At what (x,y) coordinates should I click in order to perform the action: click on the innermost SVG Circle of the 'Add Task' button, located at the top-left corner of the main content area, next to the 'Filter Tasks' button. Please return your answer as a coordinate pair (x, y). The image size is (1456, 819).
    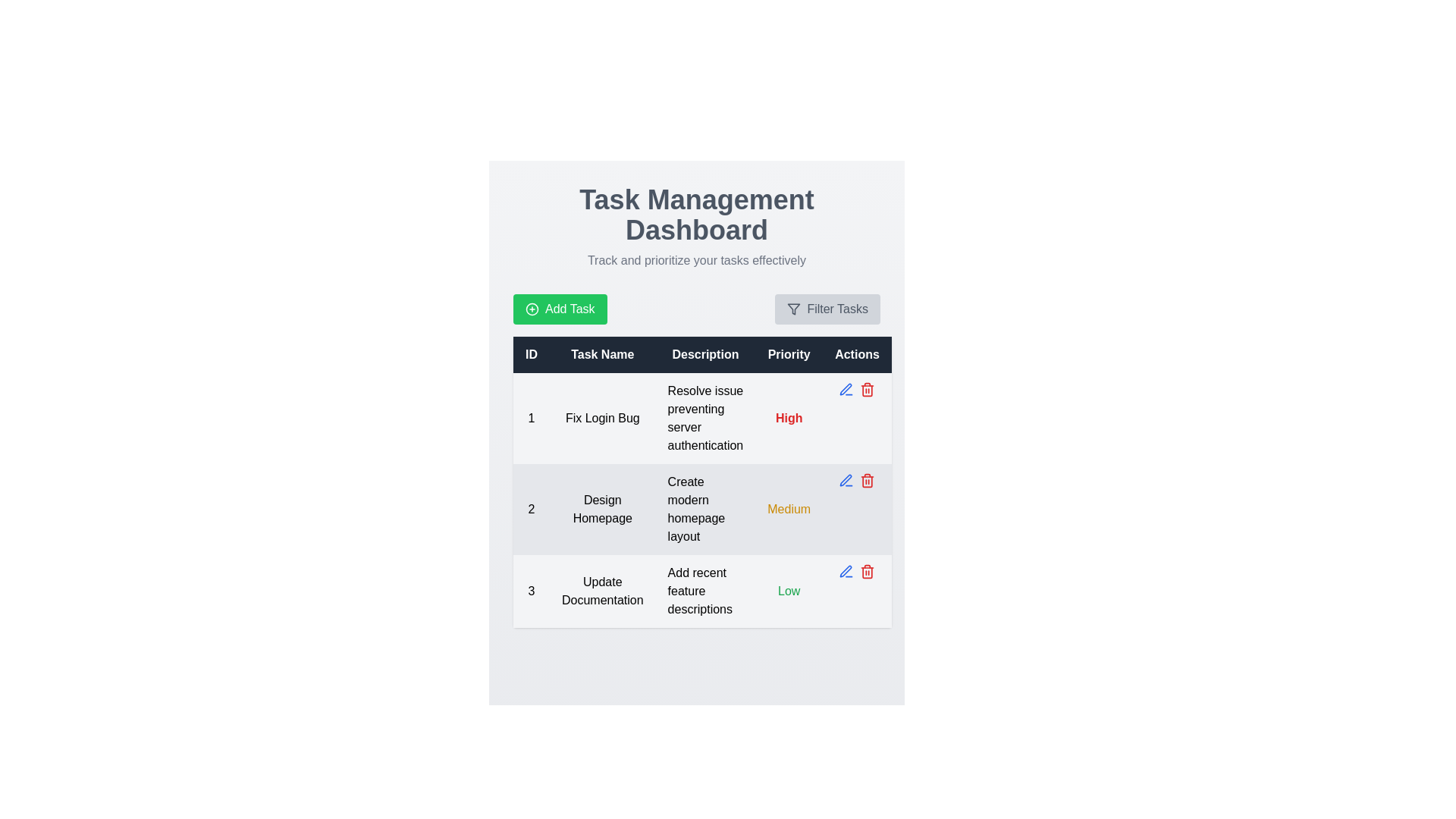
    Looking at the image, I should click on (532, 309).